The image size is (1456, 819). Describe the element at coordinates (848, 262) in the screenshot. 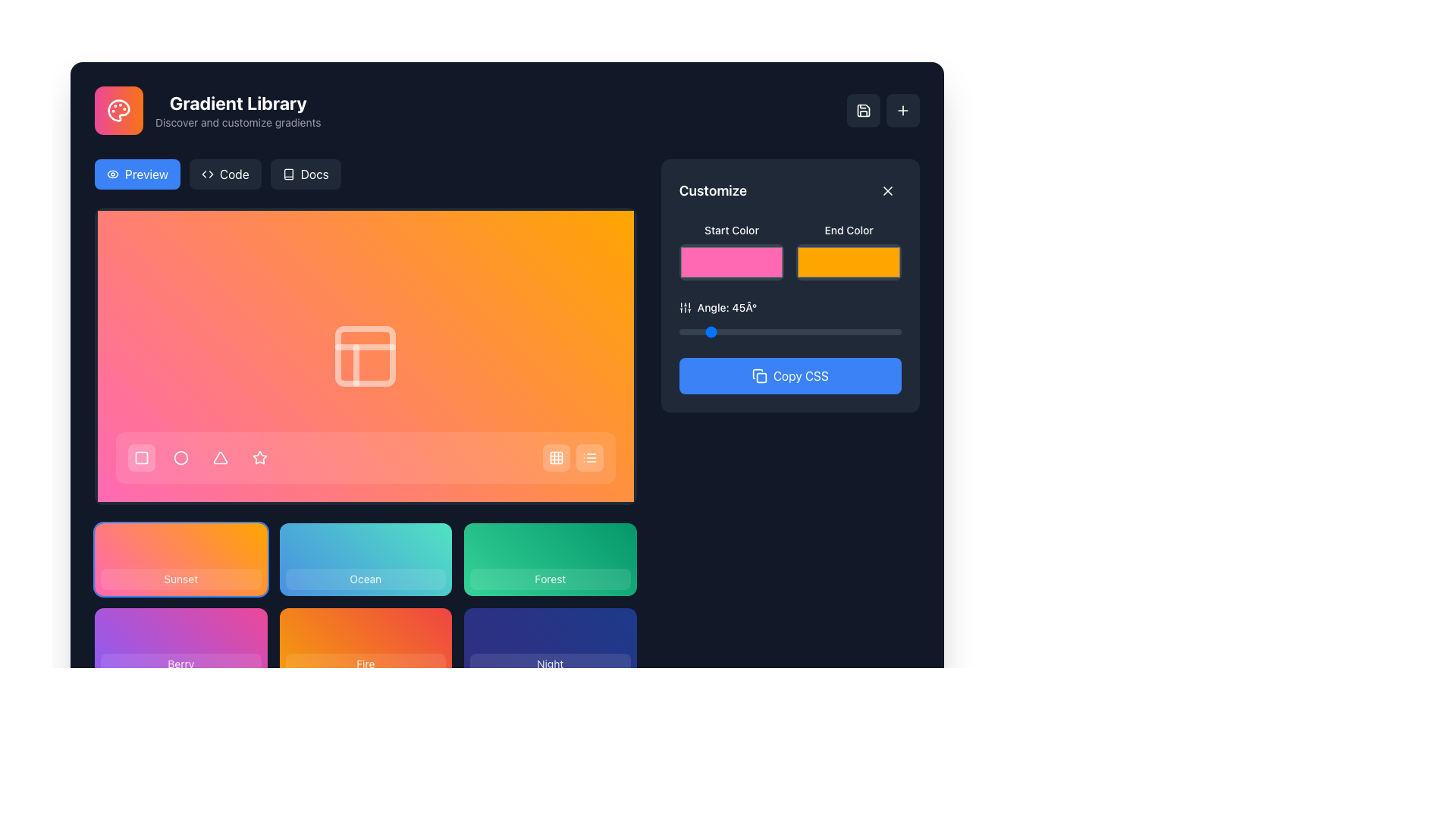

I see `and drop the Color input box located within the 'Customize' modal under the 'End Color' label, which is styled with a rounded border and an orange color` at that location.